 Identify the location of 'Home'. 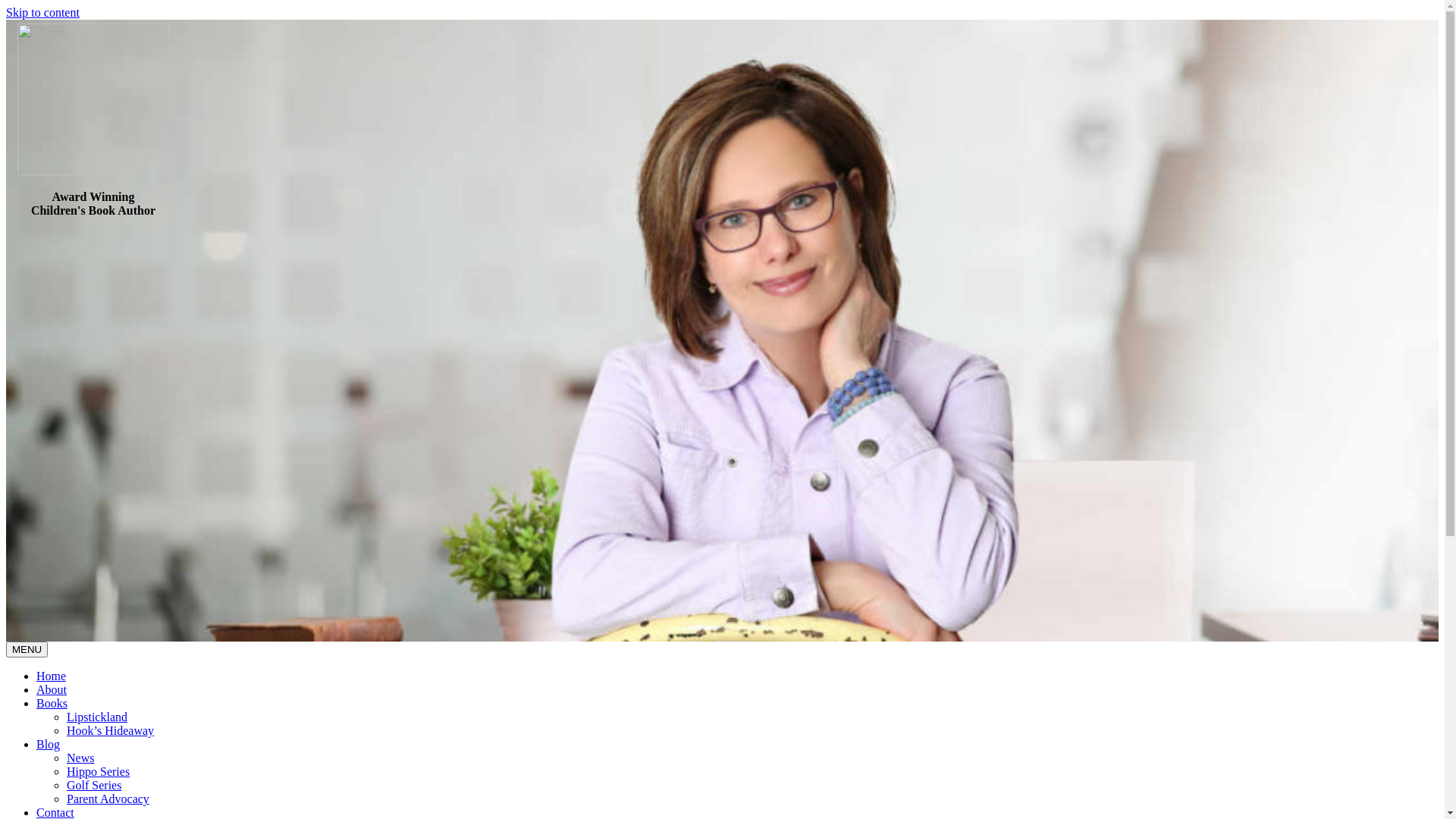
(36, 675).